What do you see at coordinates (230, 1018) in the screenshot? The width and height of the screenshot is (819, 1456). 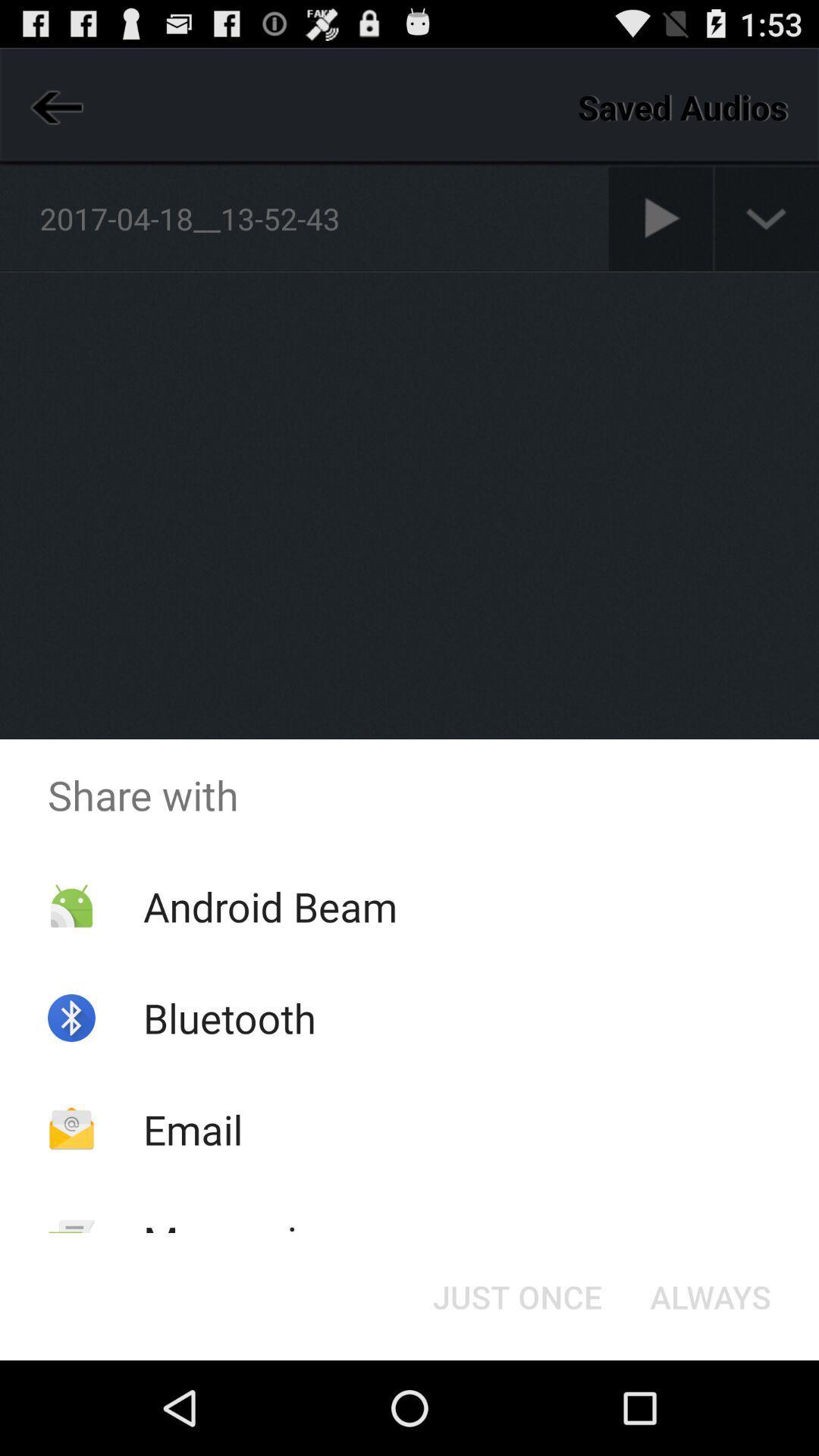 I see `app above email item` at bounding box center [230, 1018].